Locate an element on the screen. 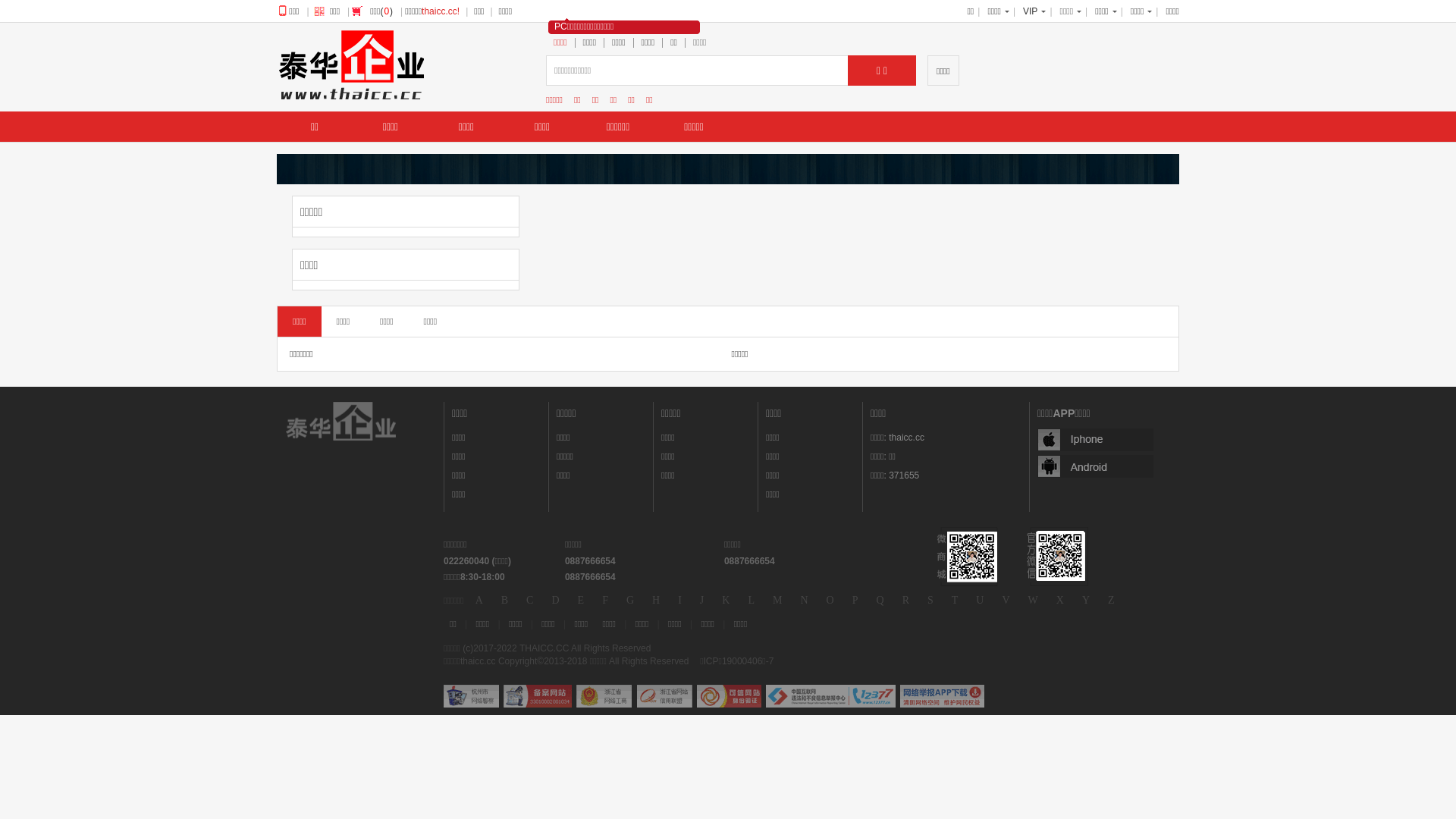 The width and height of the screenshot is (1456, 819). 'T' is located at coordinates (954, 599).